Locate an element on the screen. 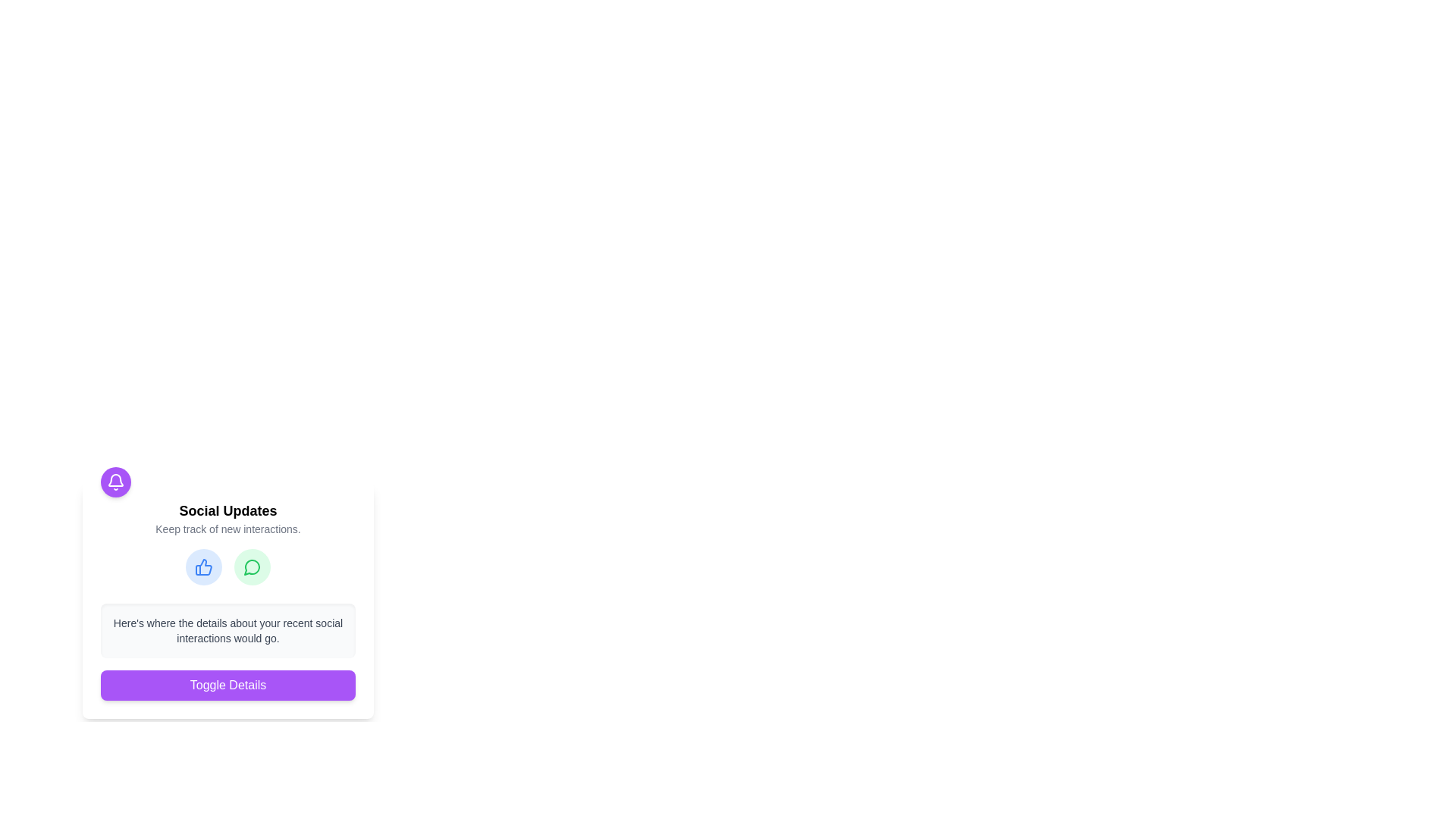 The width and height of the screenshot is (1456, 819). the bell icon located in the top-left area of the 'Social Updates' card, which is centered within a purple circular background is located at coordinates (115, 482).